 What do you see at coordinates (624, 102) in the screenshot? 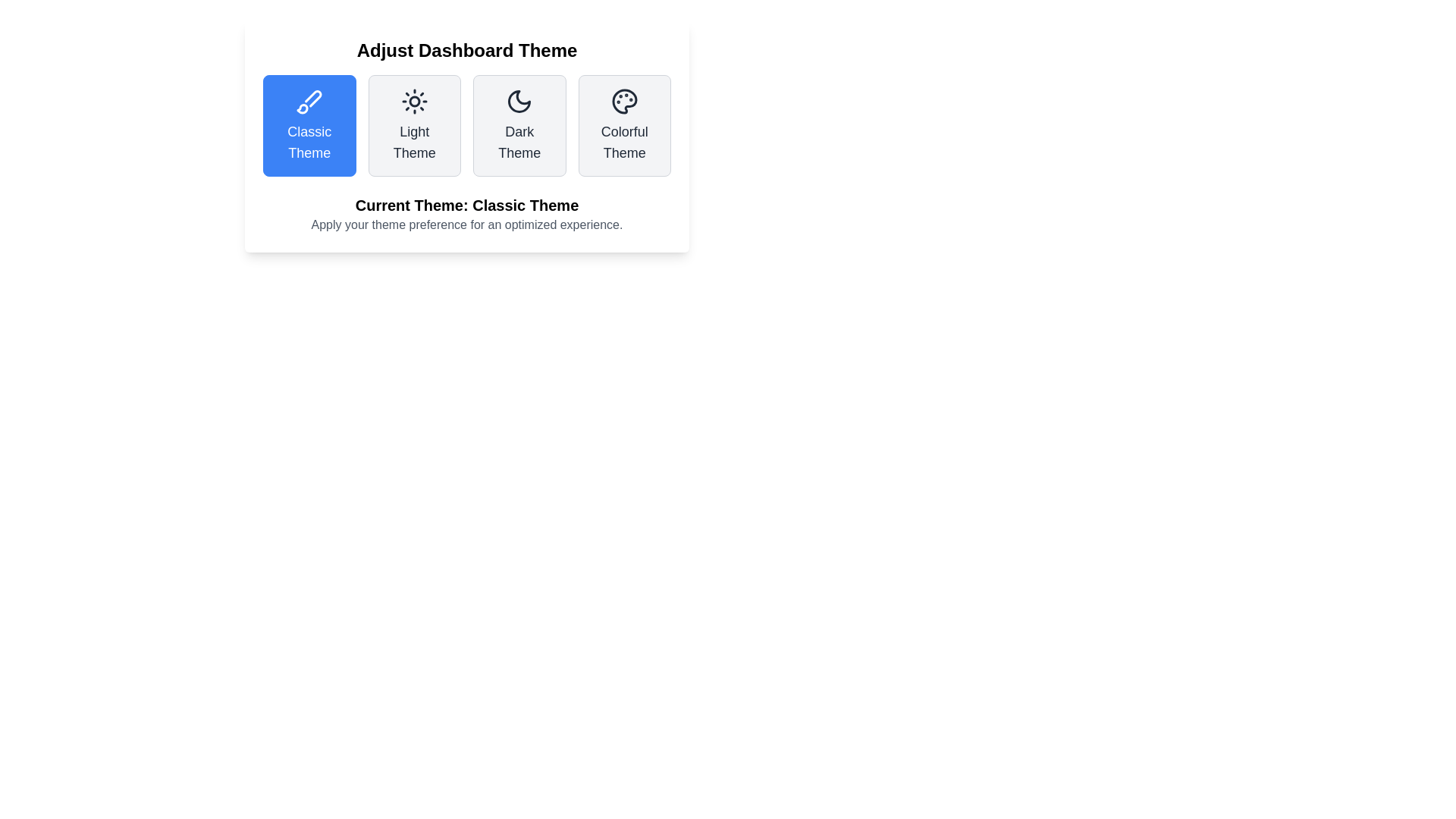
I see `the palette icon within the fourth button of the theme options` at bounding box center [624, 102].